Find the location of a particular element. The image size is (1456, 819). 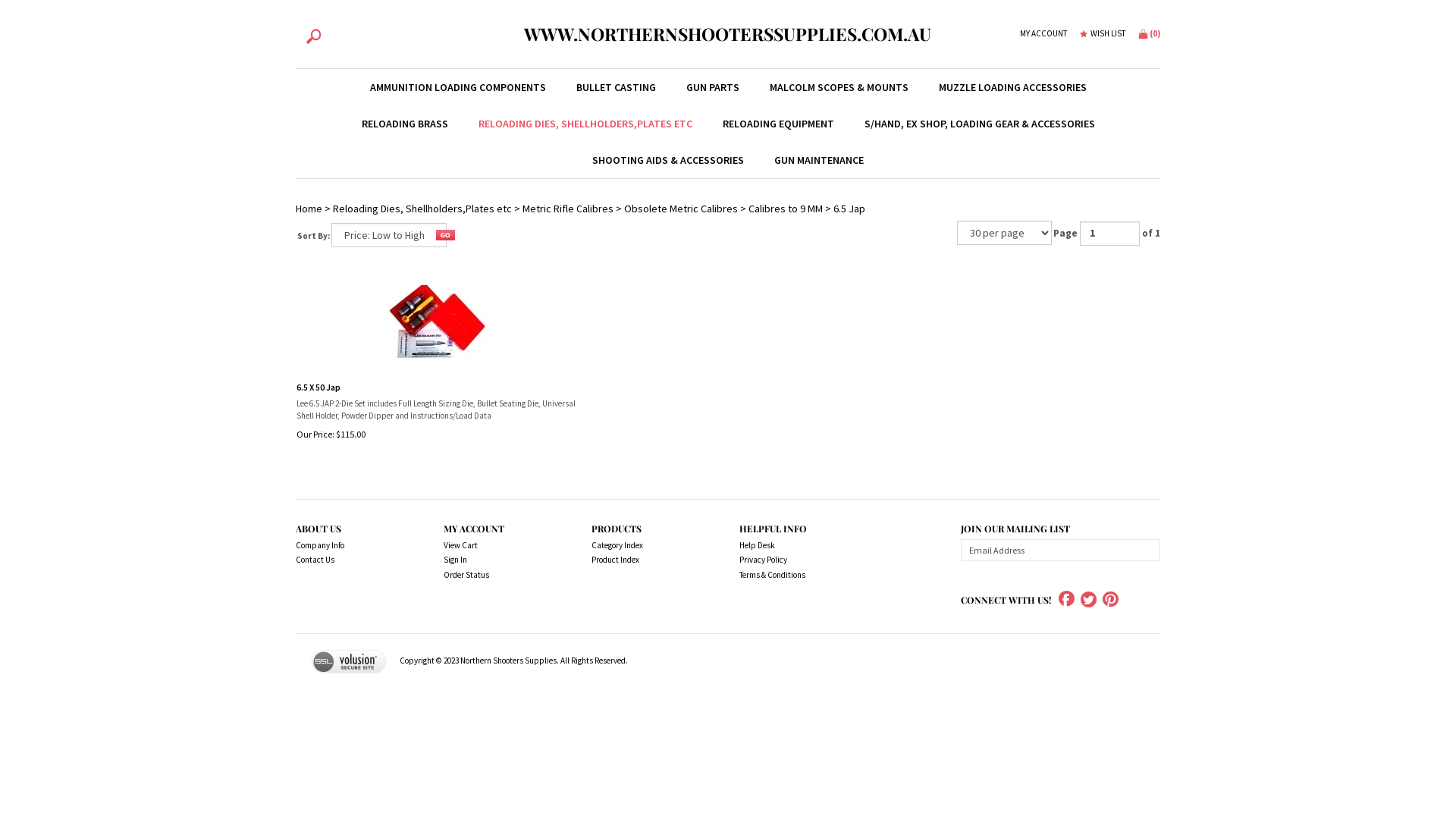

'Home' is located at coordinates (308, 208).